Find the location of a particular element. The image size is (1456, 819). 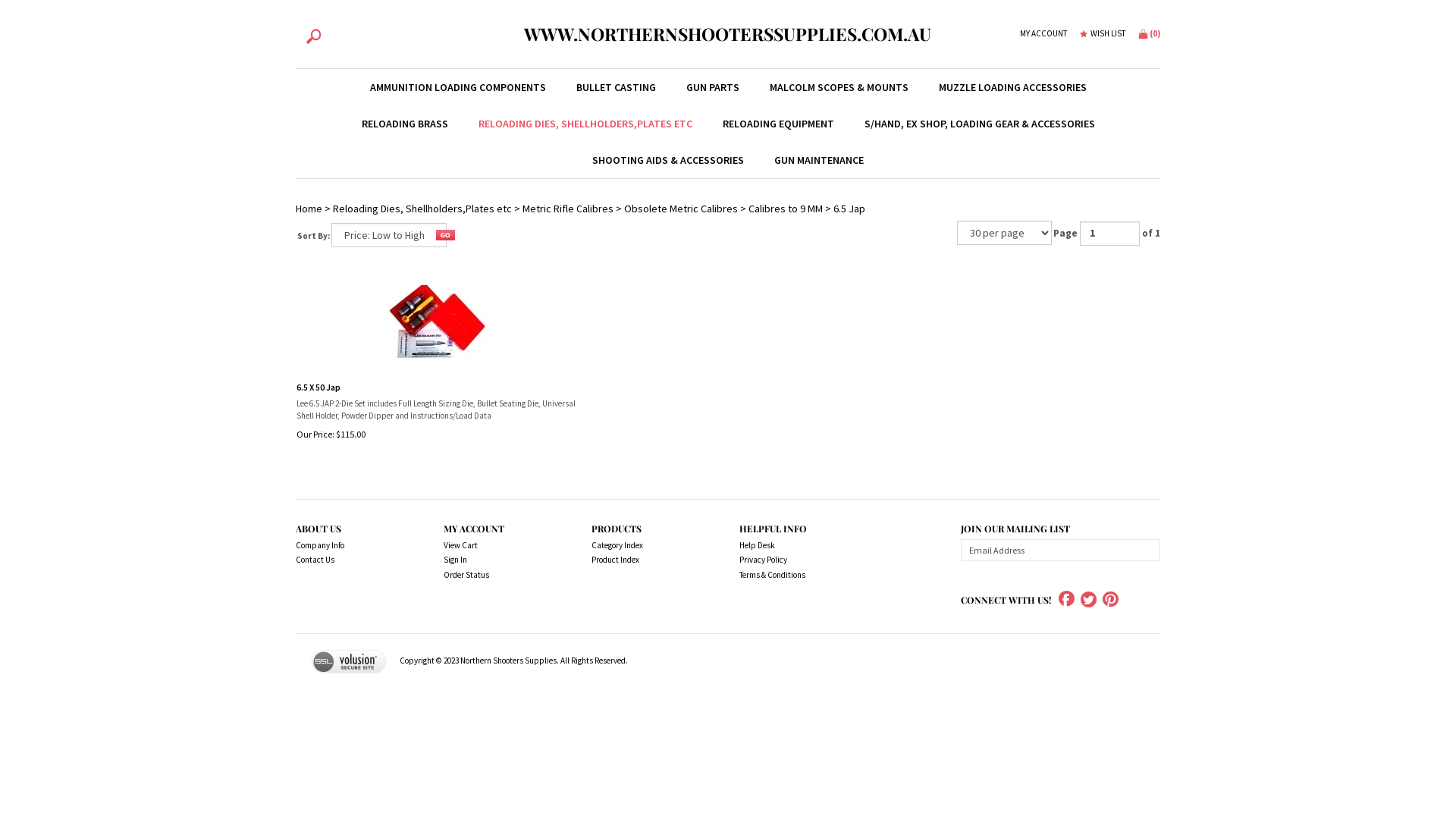

'Home' is located at coordinates (308, 208).